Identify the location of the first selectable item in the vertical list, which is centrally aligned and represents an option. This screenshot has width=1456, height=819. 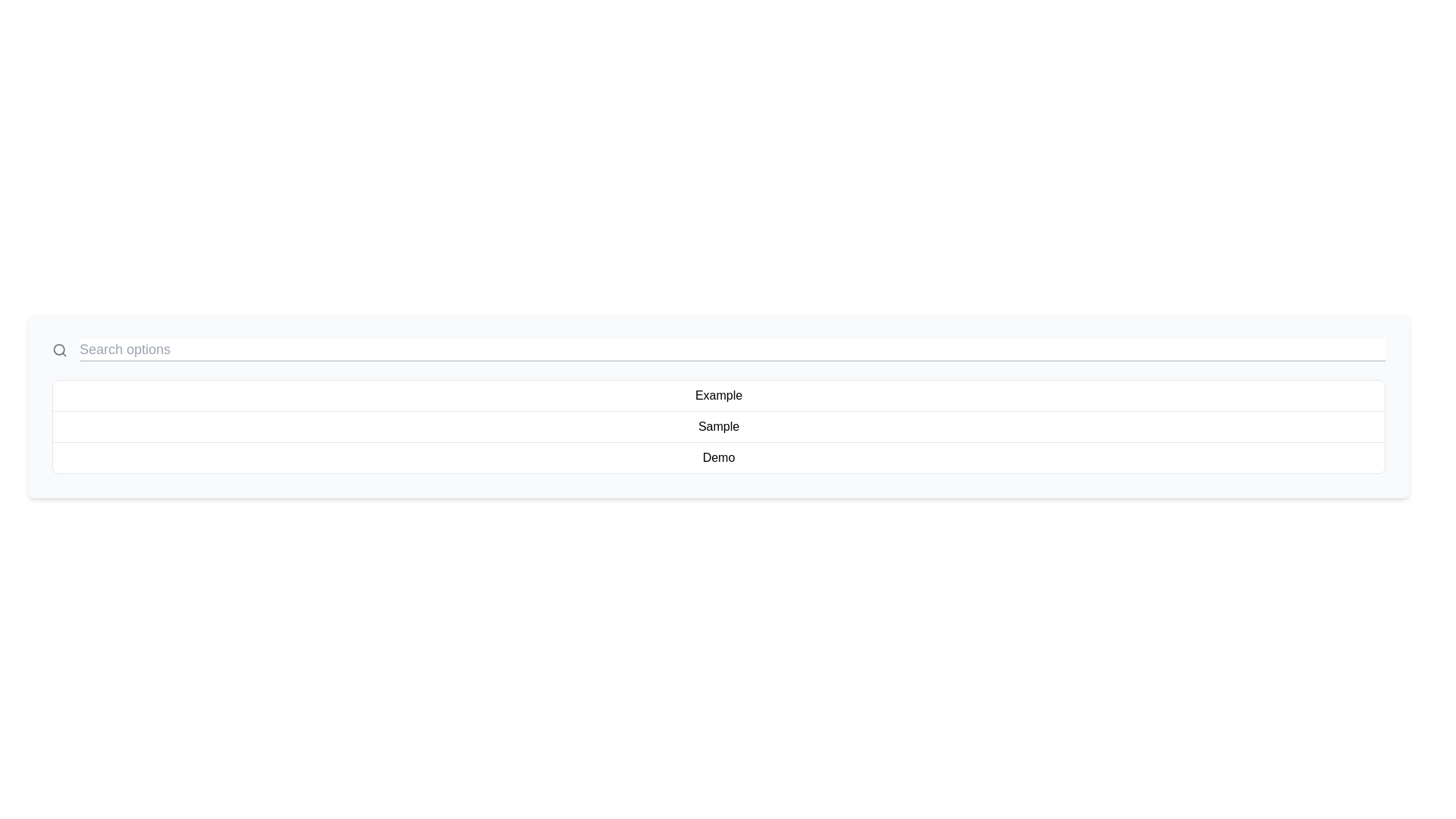
(718, 394).